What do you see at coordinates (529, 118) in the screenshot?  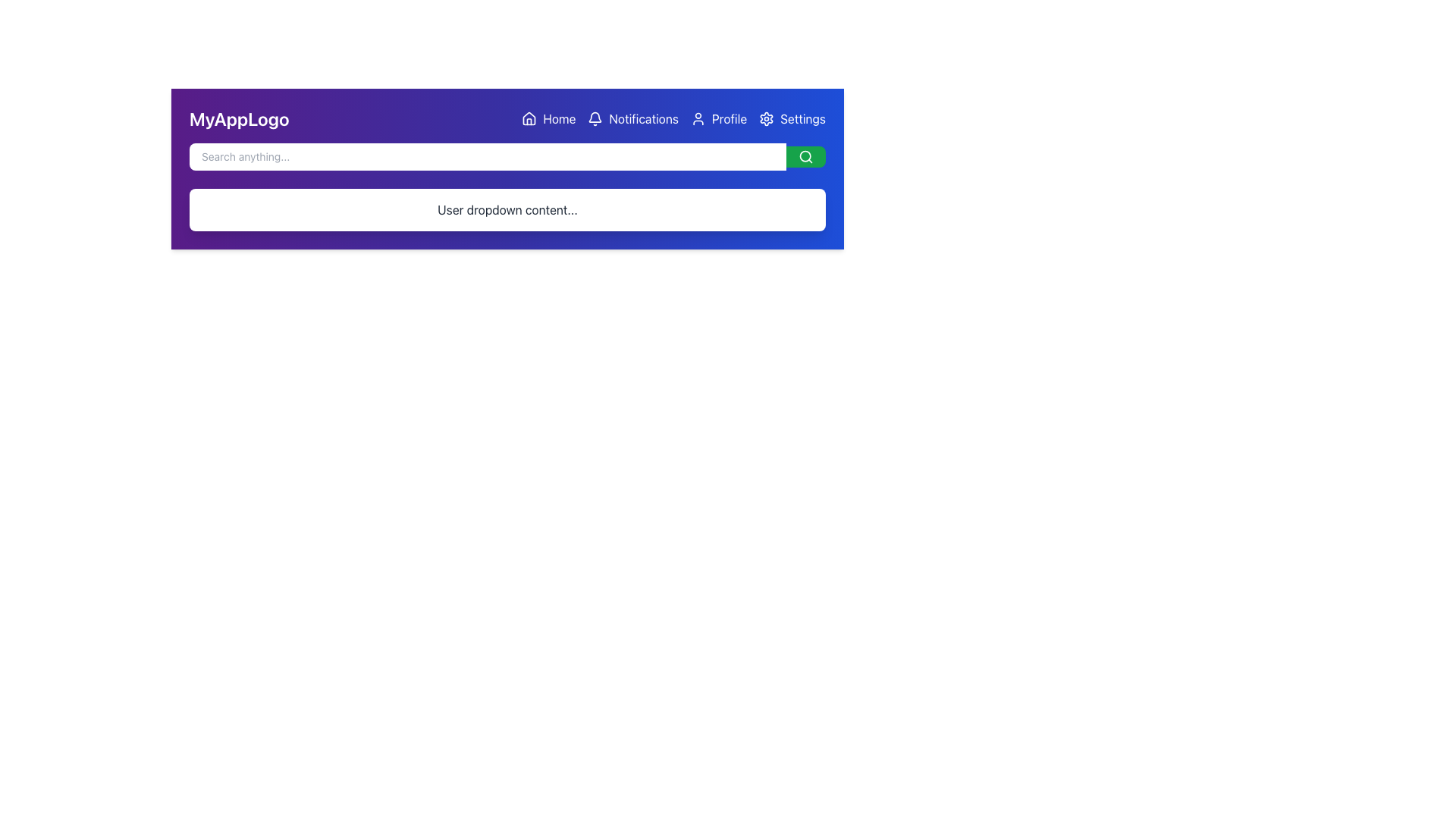 I see `the house icon located in the navigation bar, to the left of the 'Home' label` at bounding box center [529, 118].